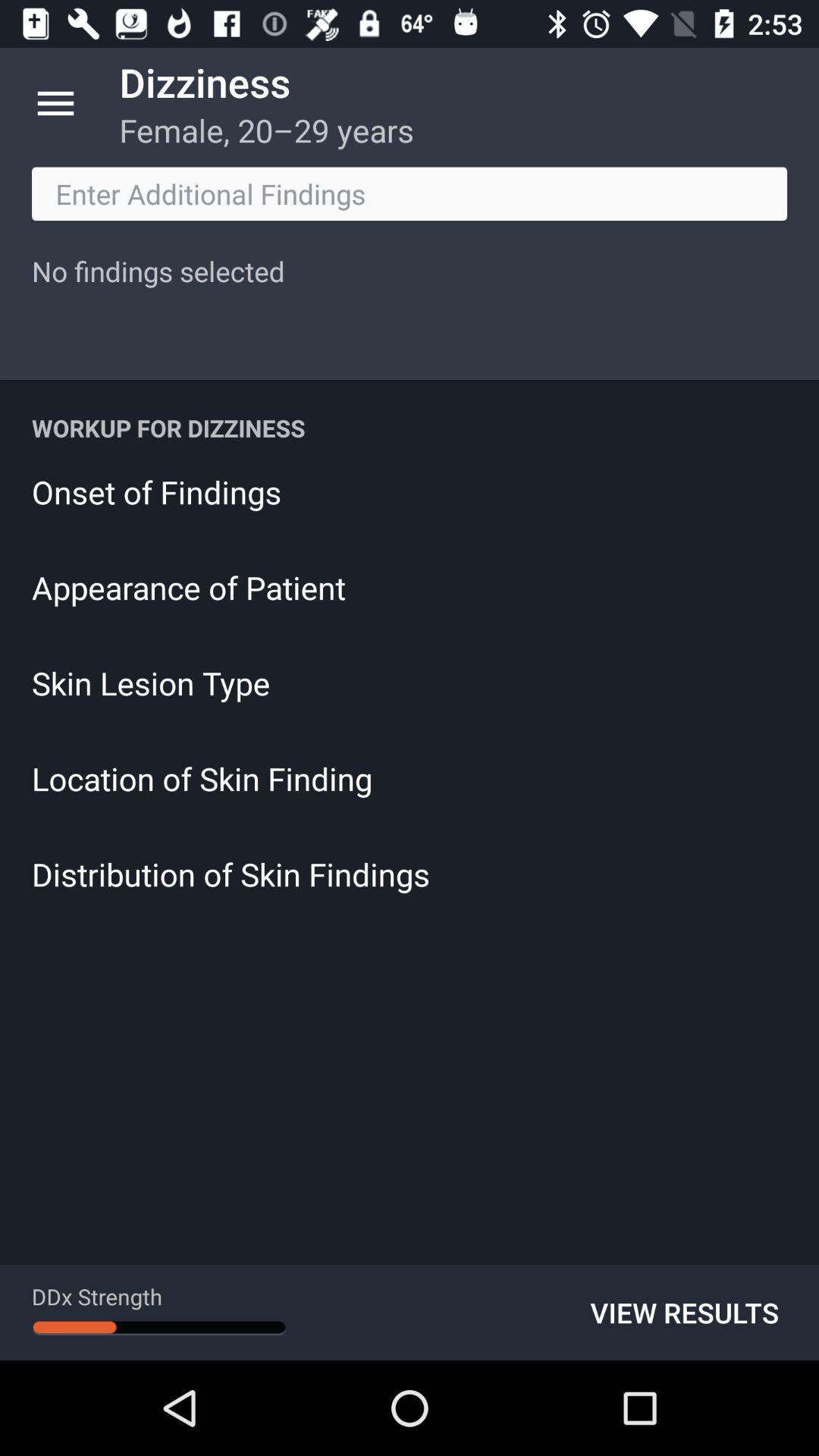 Image resolution: width=819 pixels, height=1456 pixels. I want to click on the item above location of skin icon, so click(409, 682).